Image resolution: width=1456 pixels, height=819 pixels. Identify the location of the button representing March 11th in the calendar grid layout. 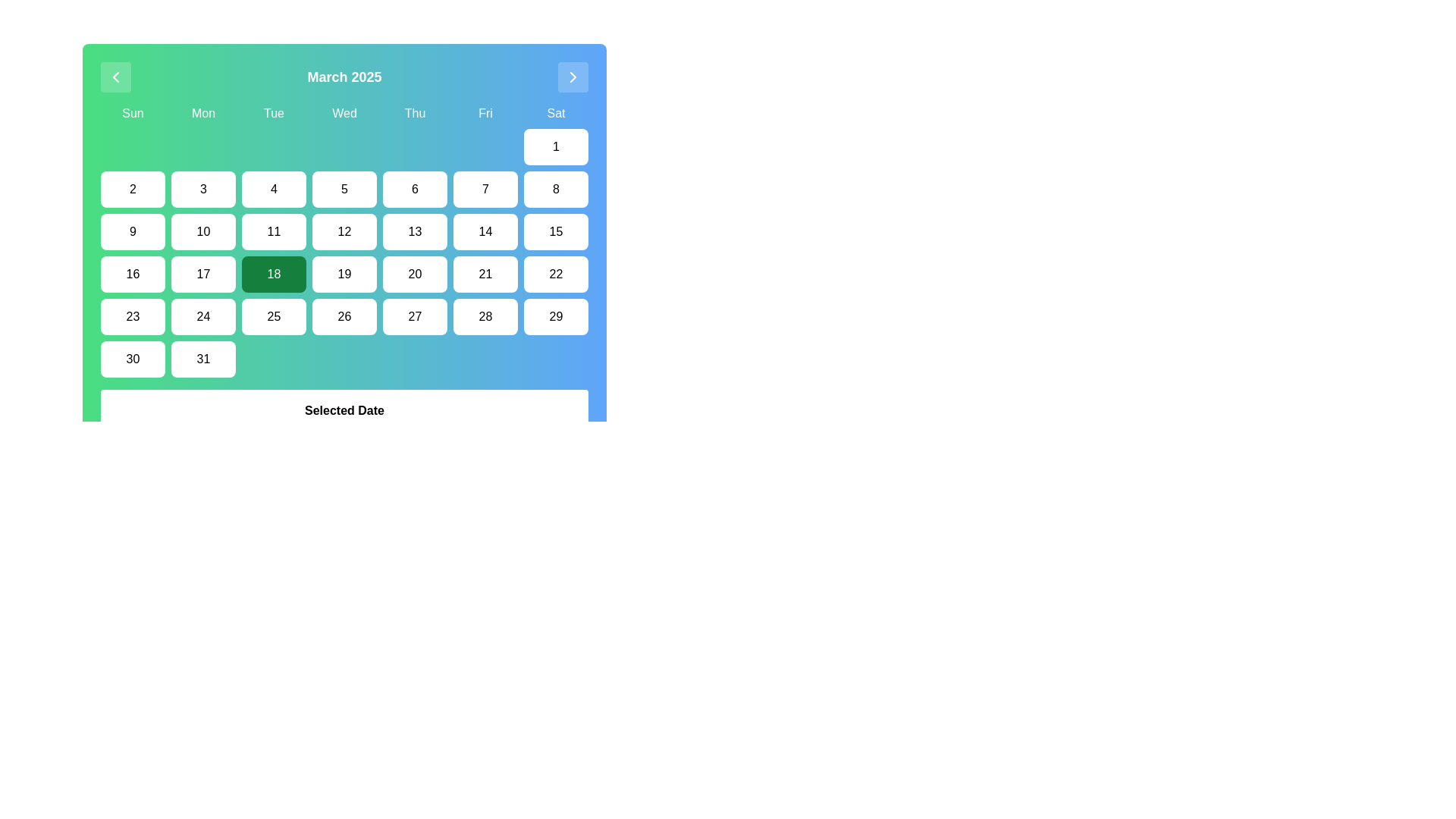
(274, 231).